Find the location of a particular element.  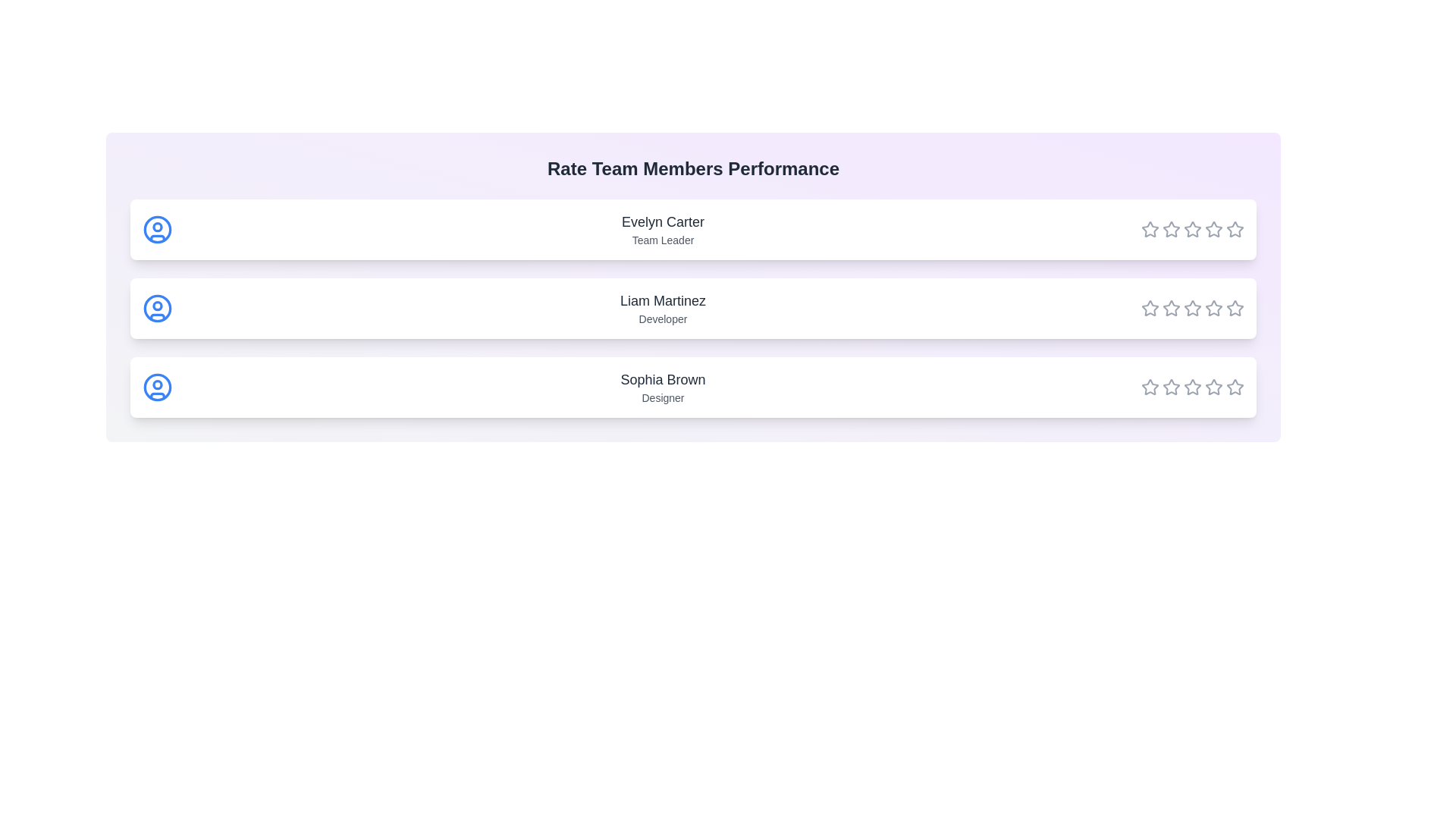

the user icon for Evelyn Carter is located at coordinates (157, 230).